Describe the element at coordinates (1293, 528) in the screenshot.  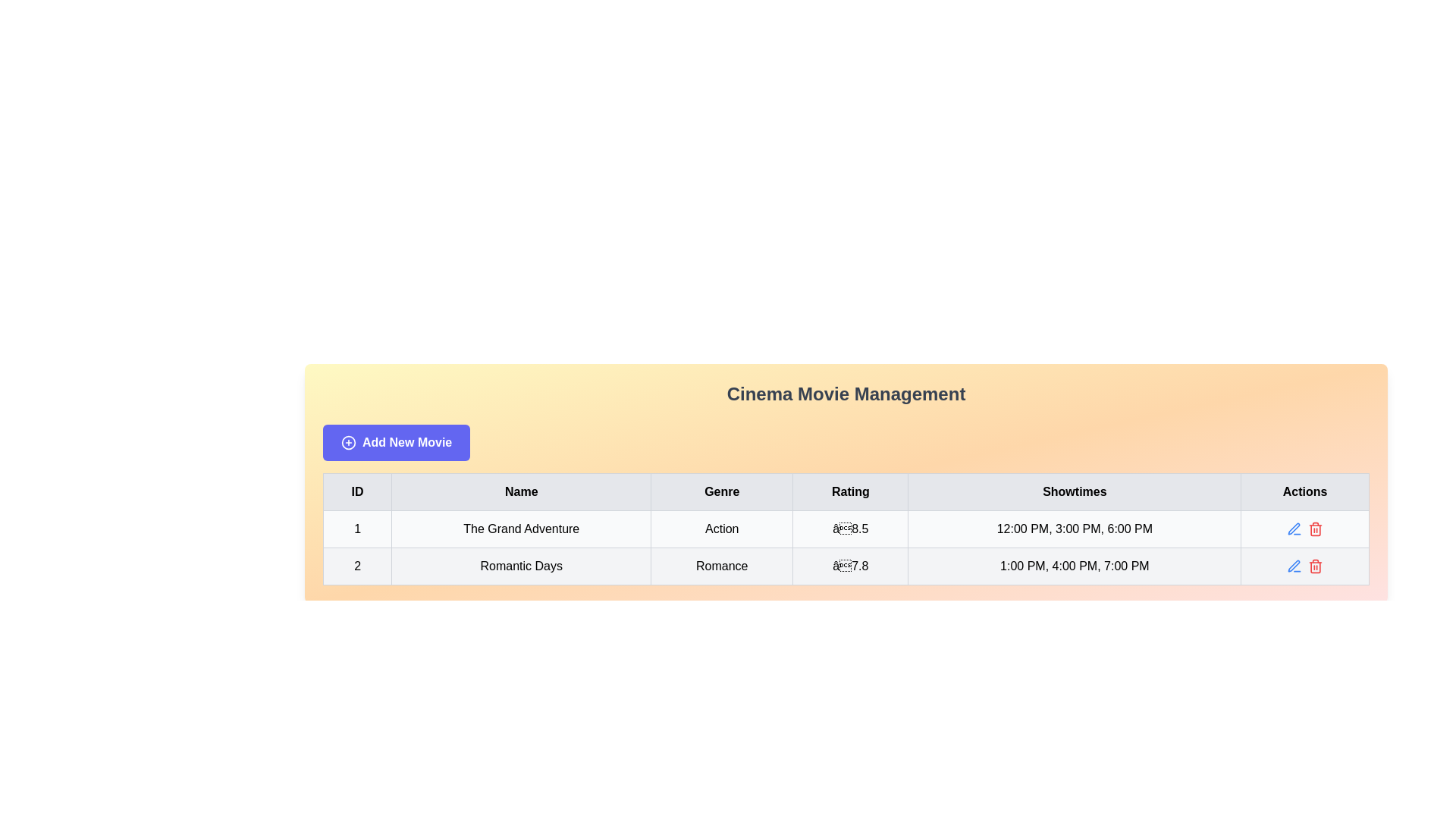
I see `the edit icon representing the functionality to modify the associated movie entry, located in the 'Actions' column of the second row of the table under the 'Cinema Movie Management' heading` at that location.